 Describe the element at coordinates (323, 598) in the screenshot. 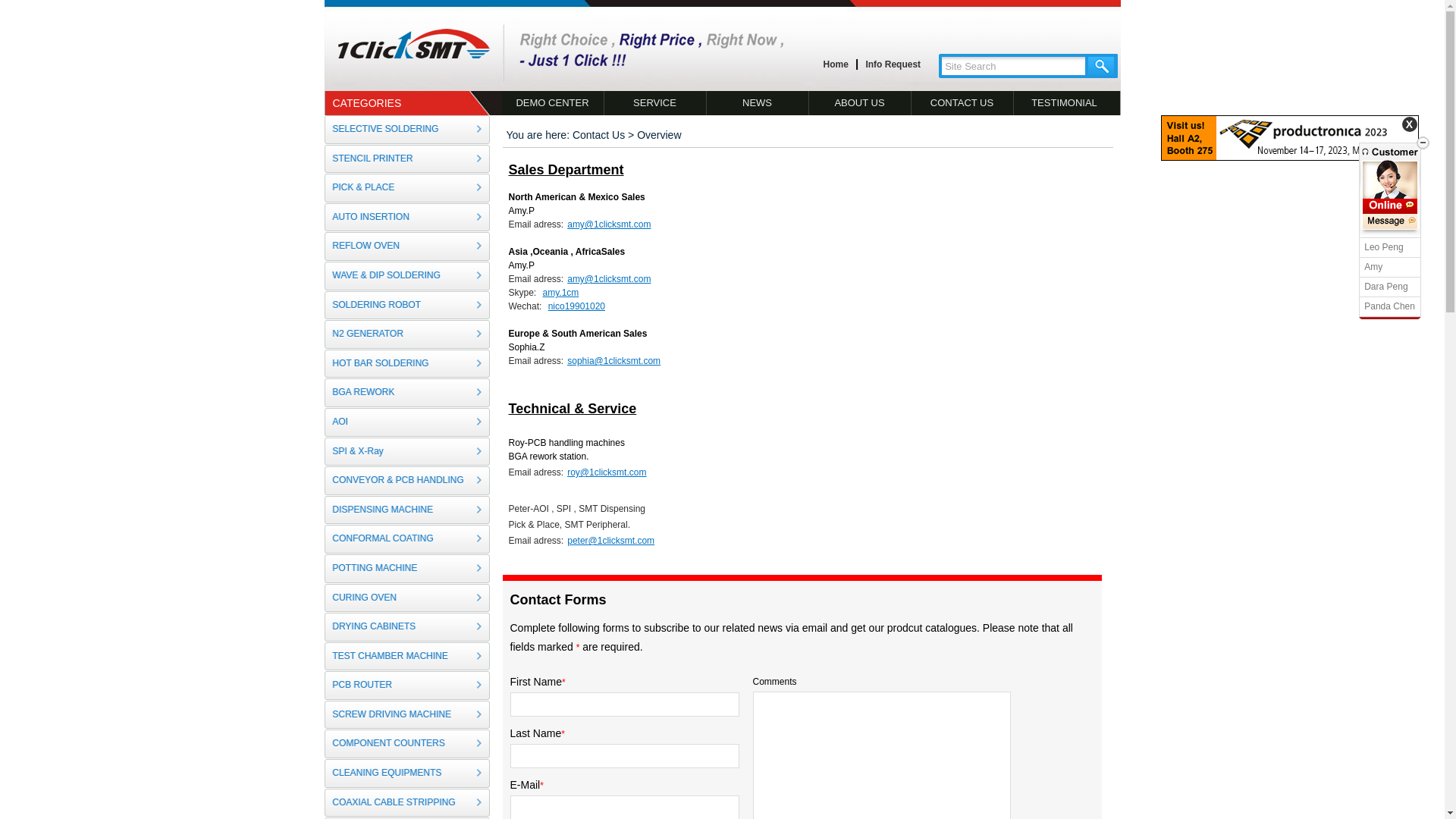

I see `'CURING OVEN'` at that location.